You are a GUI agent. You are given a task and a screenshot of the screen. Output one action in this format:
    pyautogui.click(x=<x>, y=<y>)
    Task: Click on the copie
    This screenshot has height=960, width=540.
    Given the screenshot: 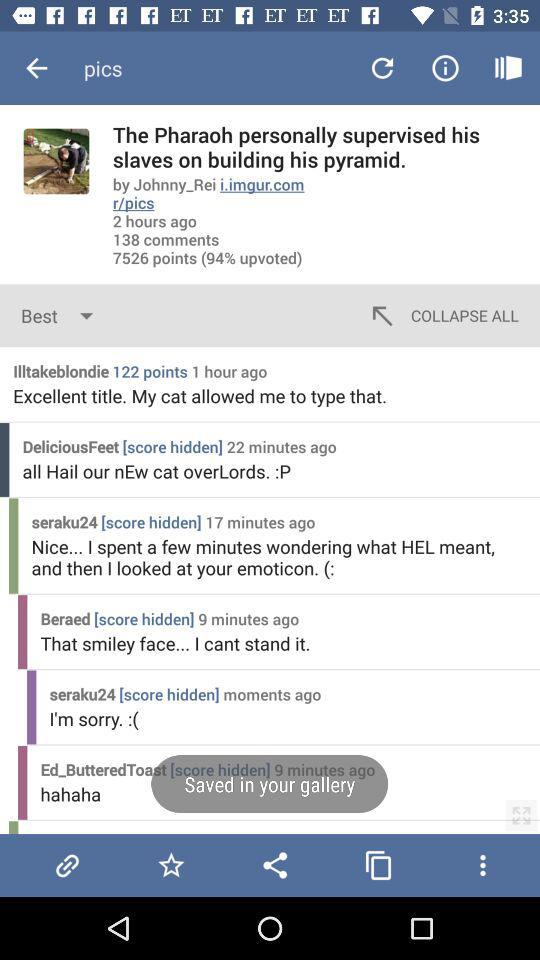 What is the action you would take?
    pyautogui.click(x=378, y=864)
    